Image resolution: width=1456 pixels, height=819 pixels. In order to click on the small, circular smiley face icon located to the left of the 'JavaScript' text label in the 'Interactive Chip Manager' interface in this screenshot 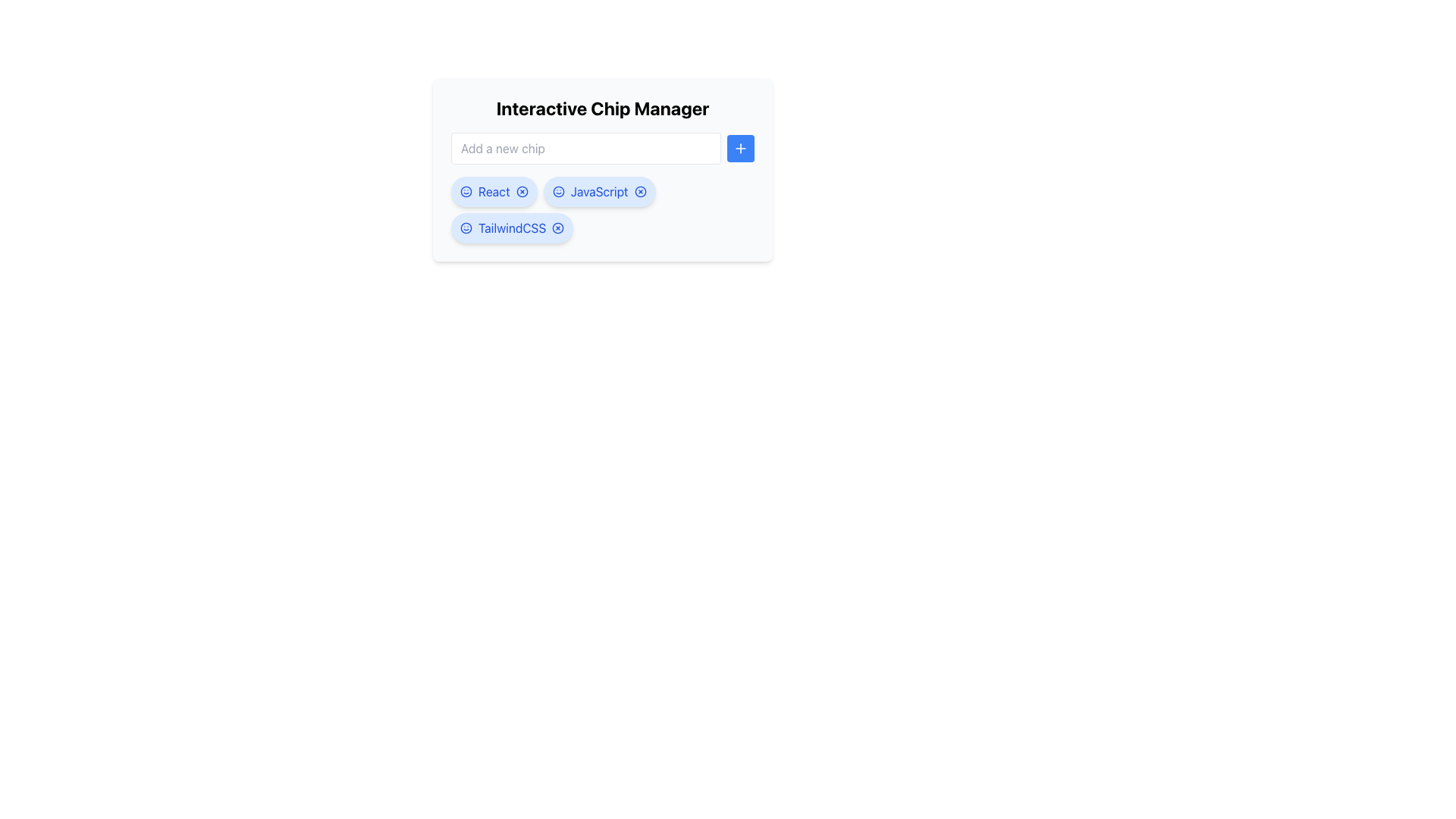, I will do `click(557, 191)`.